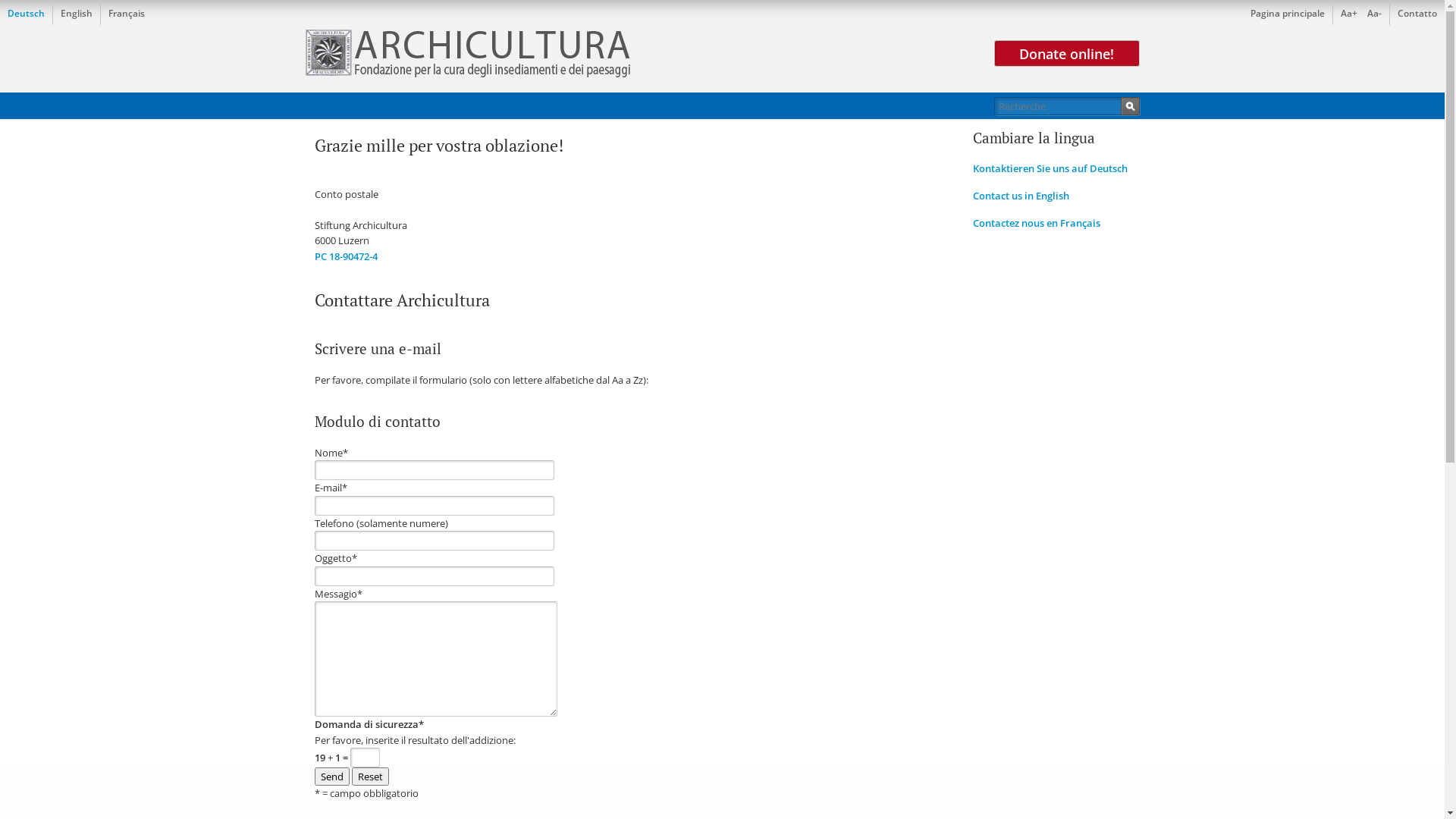 This screenshot has width=1456, height=819. I want to click on 'Kontaktieren Sie uns auf Deutsch', so click(1048, 168).